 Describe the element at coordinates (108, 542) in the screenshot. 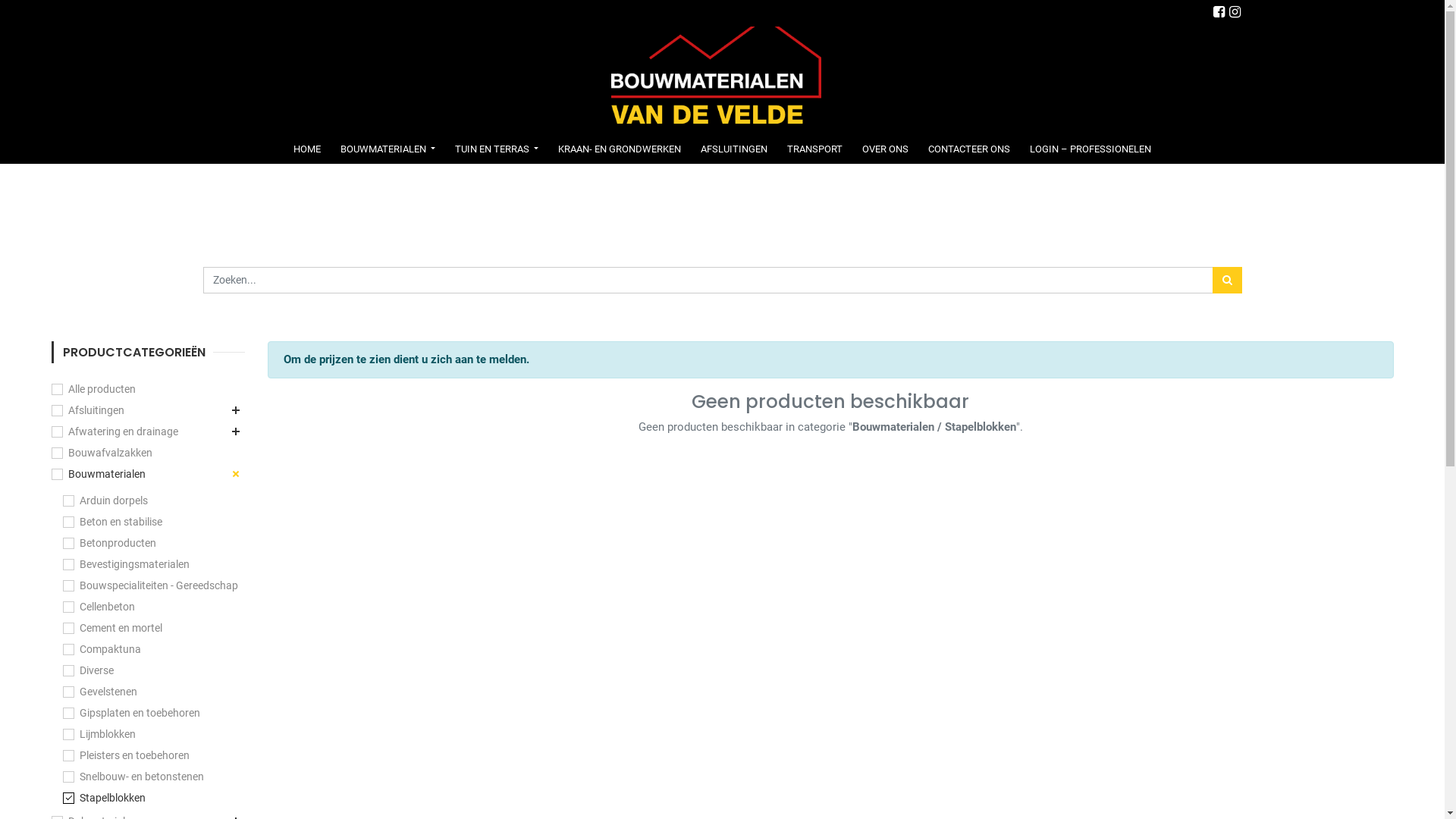

I see `'Betonproducten'` at that location.